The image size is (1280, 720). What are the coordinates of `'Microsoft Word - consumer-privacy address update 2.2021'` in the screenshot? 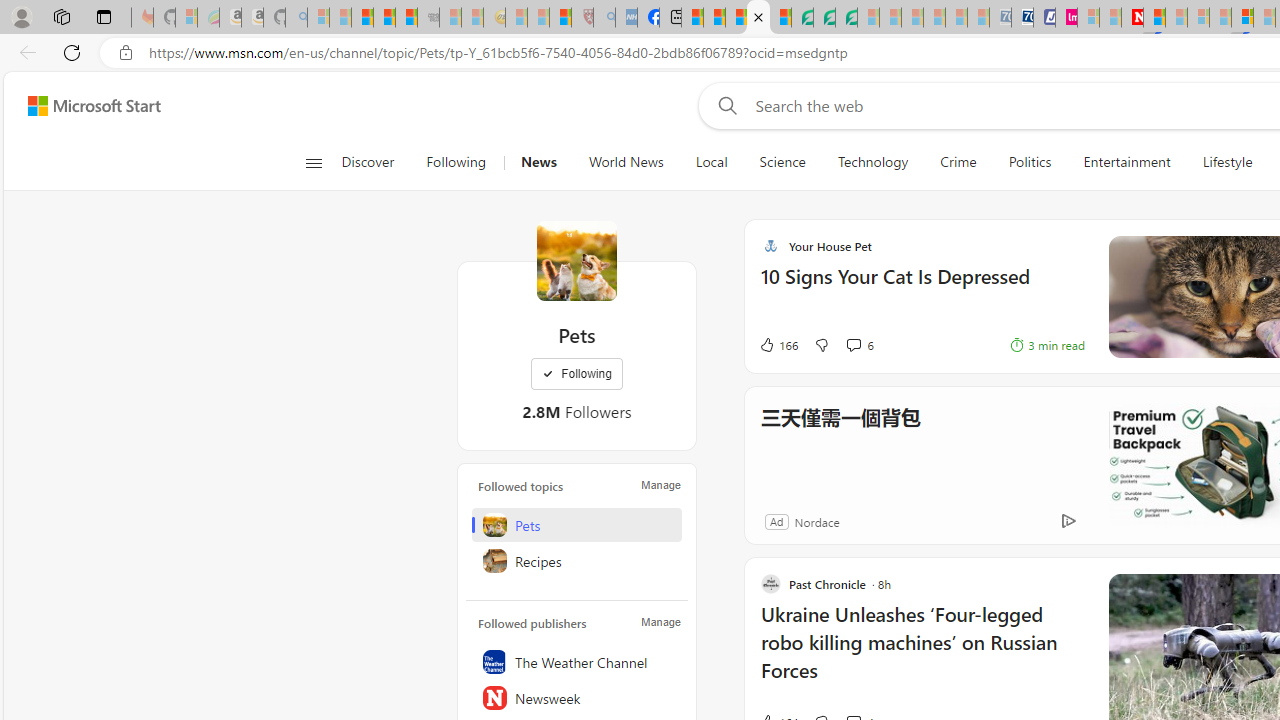 It's located at (846, 17).